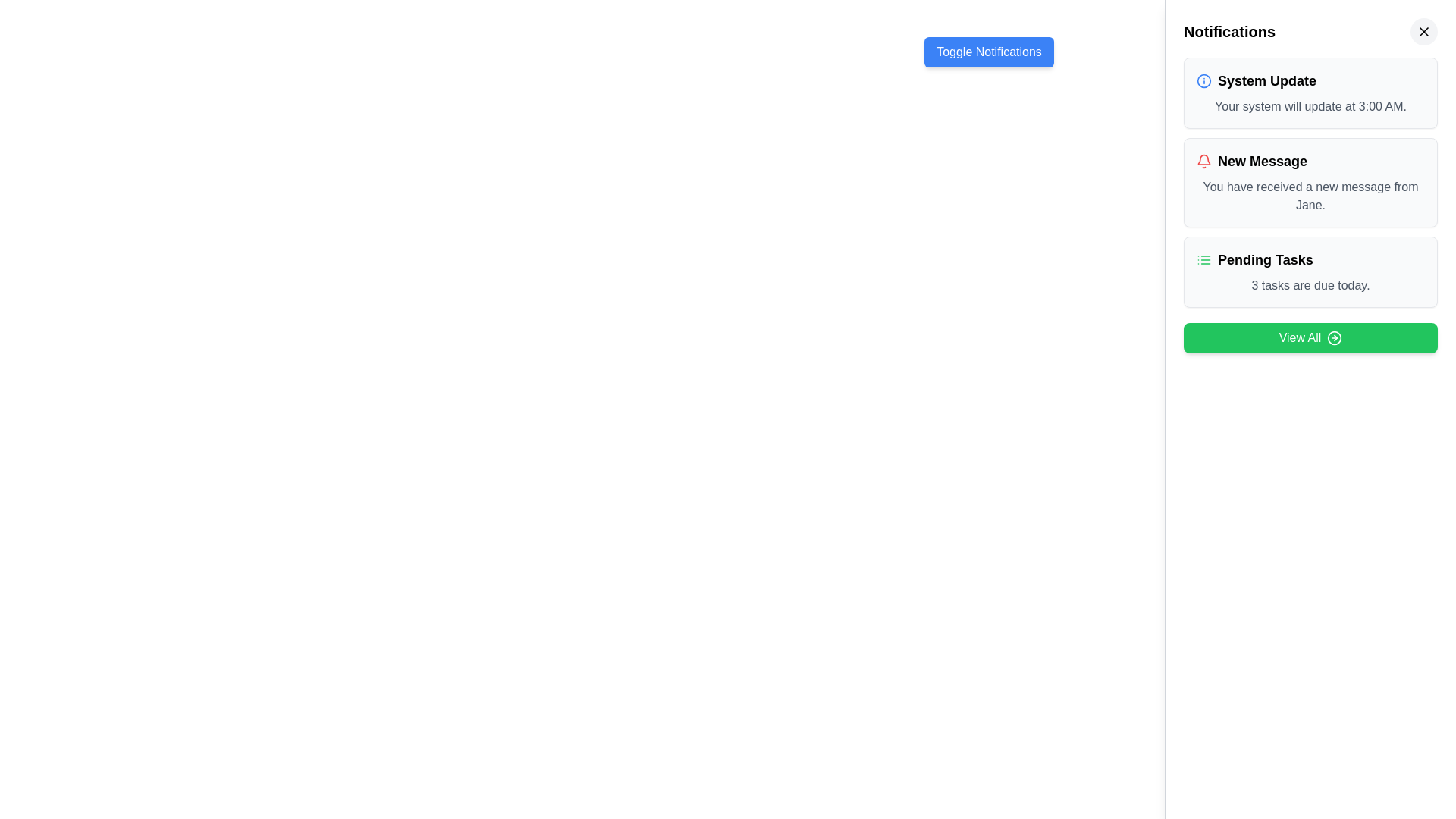 The height and width of the screenshot is (819, 1456). What do you see at coordinates (1203, 259) in the screenshot?
I see `the green 'list' icon representing pending tasks, which is located to the left of the 'Pending Tasks' text in the notifications section` at bounding box center [1203, 259].